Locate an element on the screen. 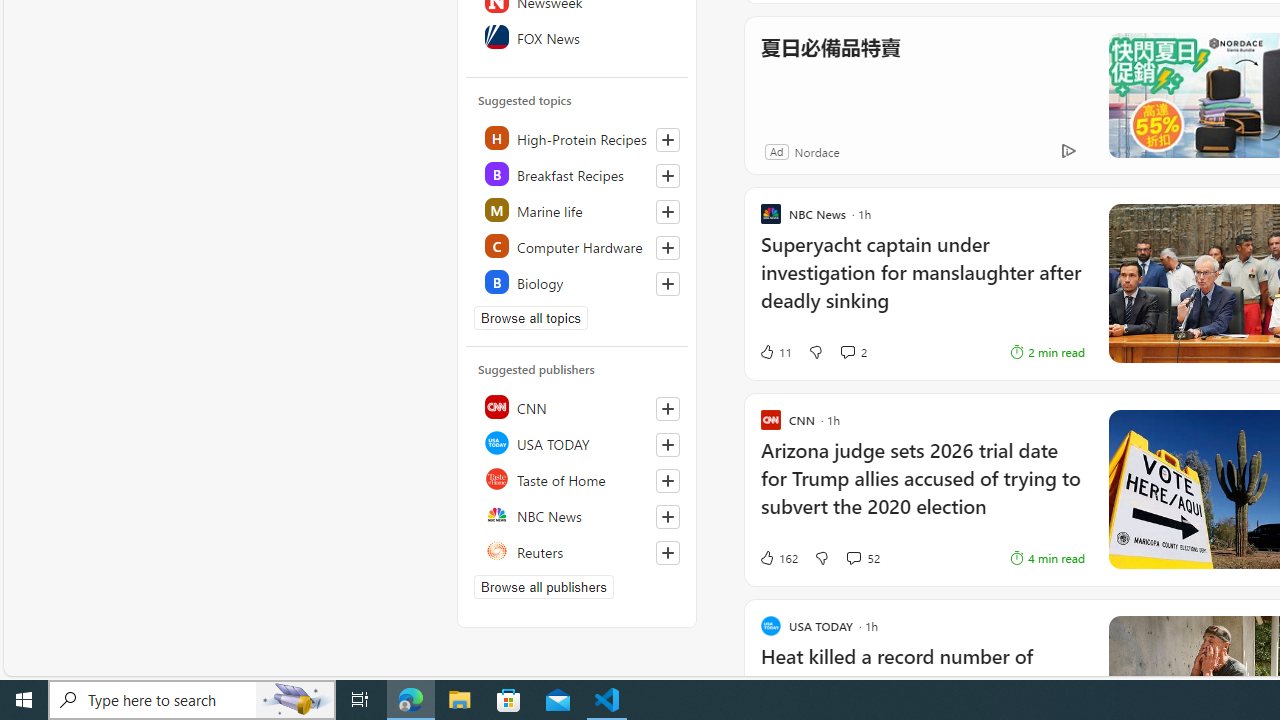  'Taste of Home' is located at coordinates (577, 479).